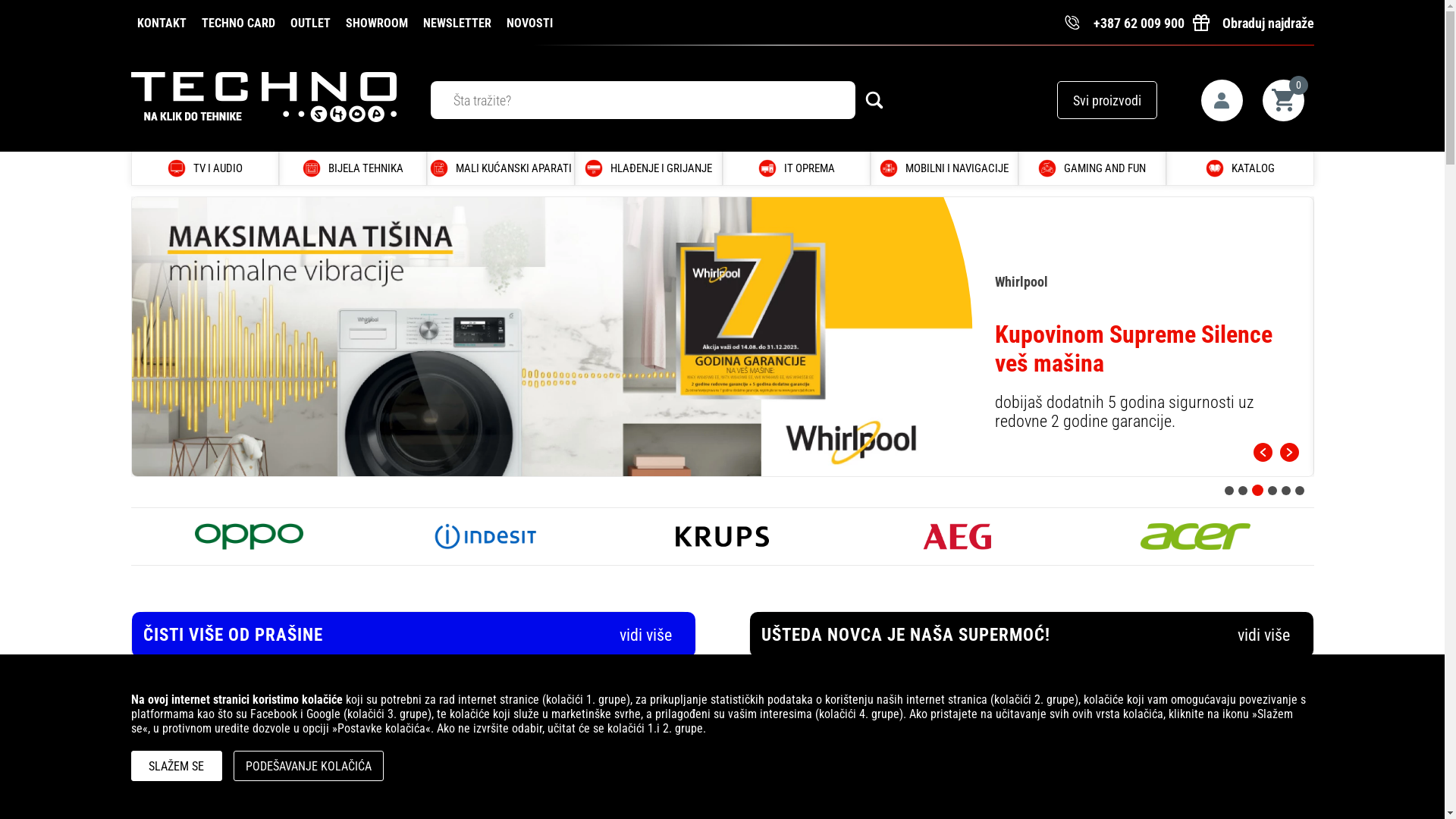 Image resolution: width=1456 pixels, height=819 pixels. I want to click on 'TECHNO CARD', so click(237, 22).